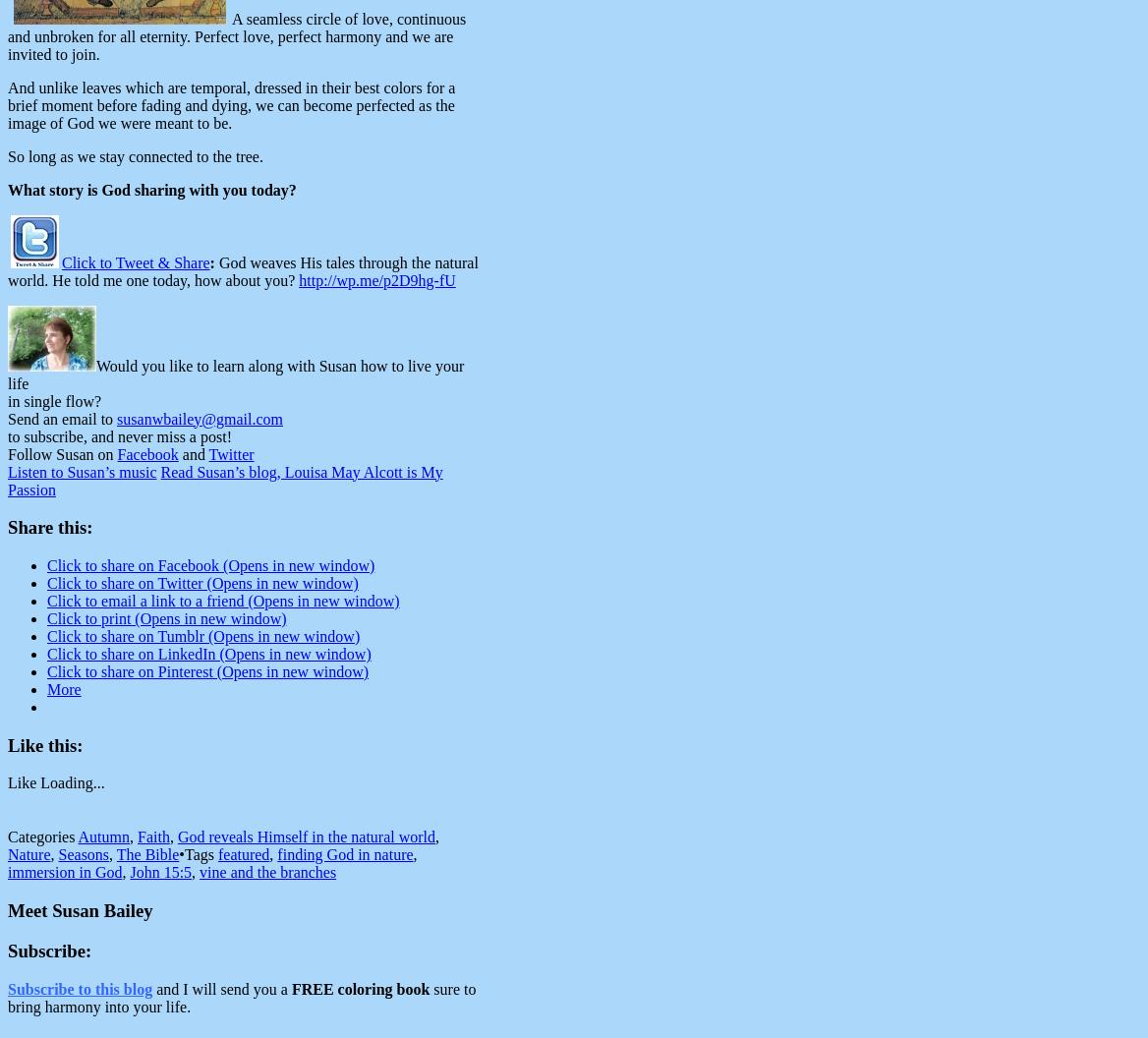  Describe the element at coordinates (210, 564) in the screenshot. I see `'Click to share on Facebook (Opens in new window)'` at that location.